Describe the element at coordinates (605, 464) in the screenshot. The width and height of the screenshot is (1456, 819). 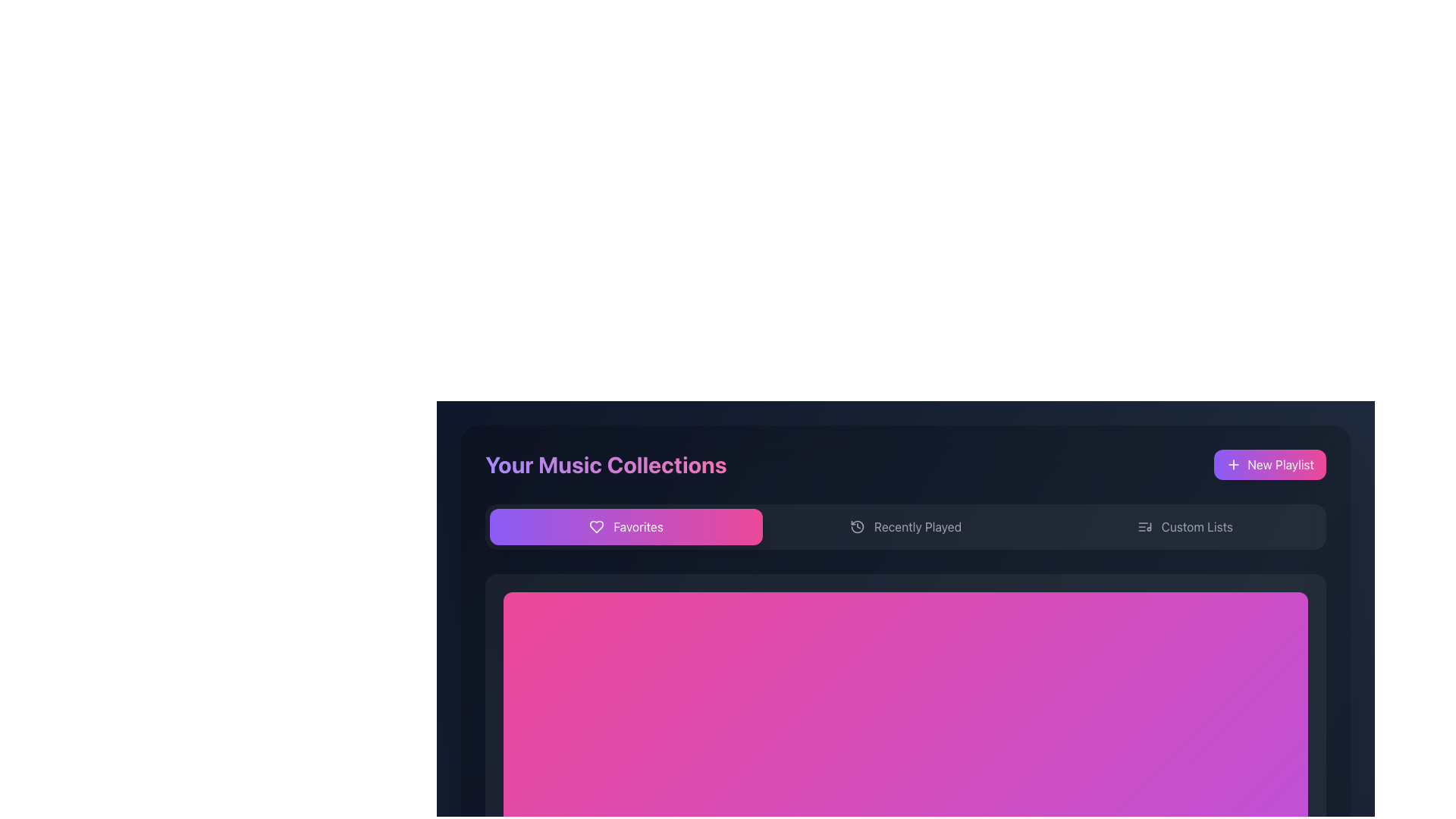
I see `the text-based heading that reads 'Your Music Collections', which is a bold, large-sized text with a gradient color scheme located prominently in the upper-left section of the UI` at that location.